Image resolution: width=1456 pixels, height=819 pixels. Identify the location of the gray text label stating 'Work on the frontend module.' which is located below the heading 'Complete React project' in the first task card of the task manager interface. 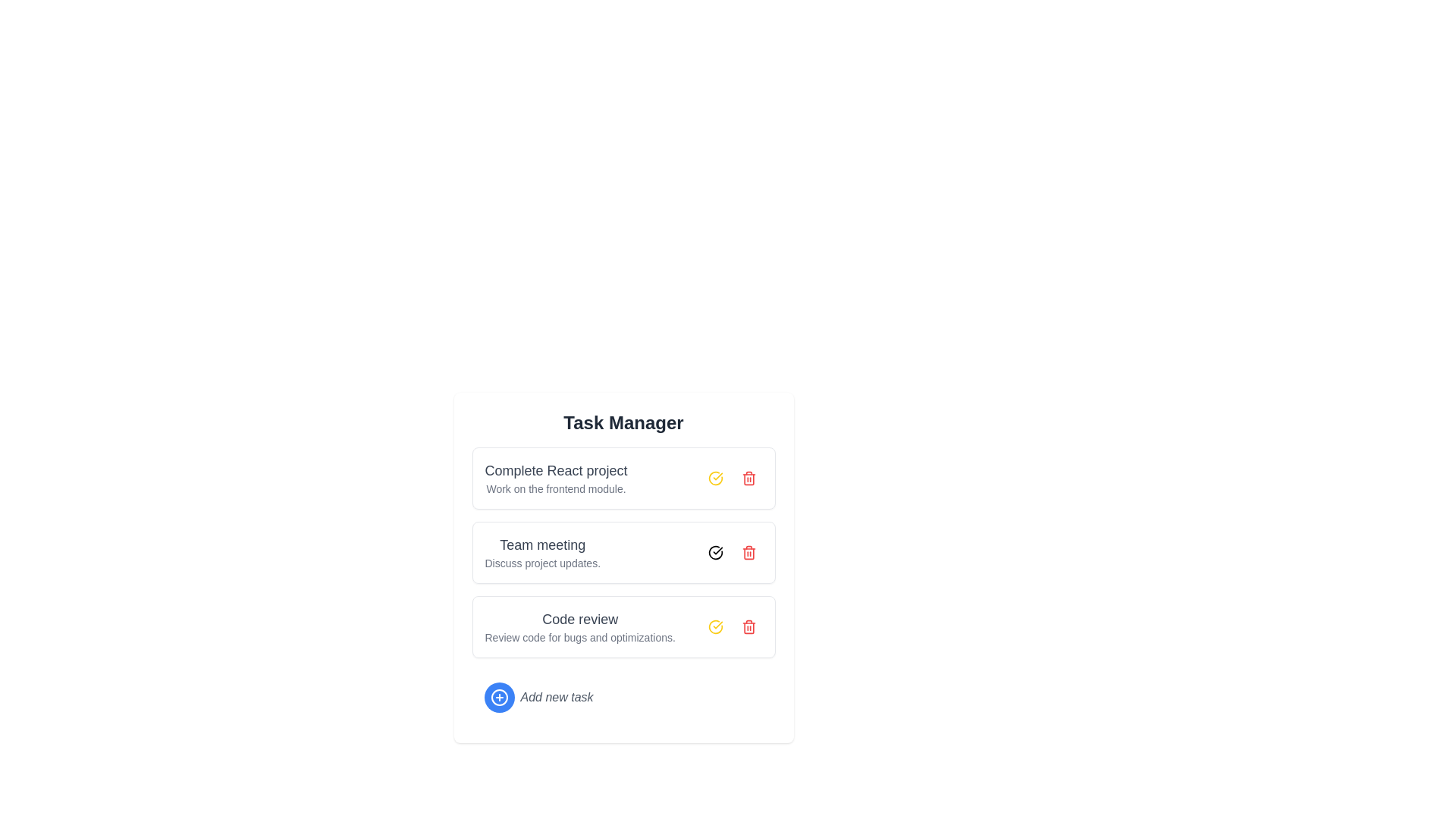
(555, 488).